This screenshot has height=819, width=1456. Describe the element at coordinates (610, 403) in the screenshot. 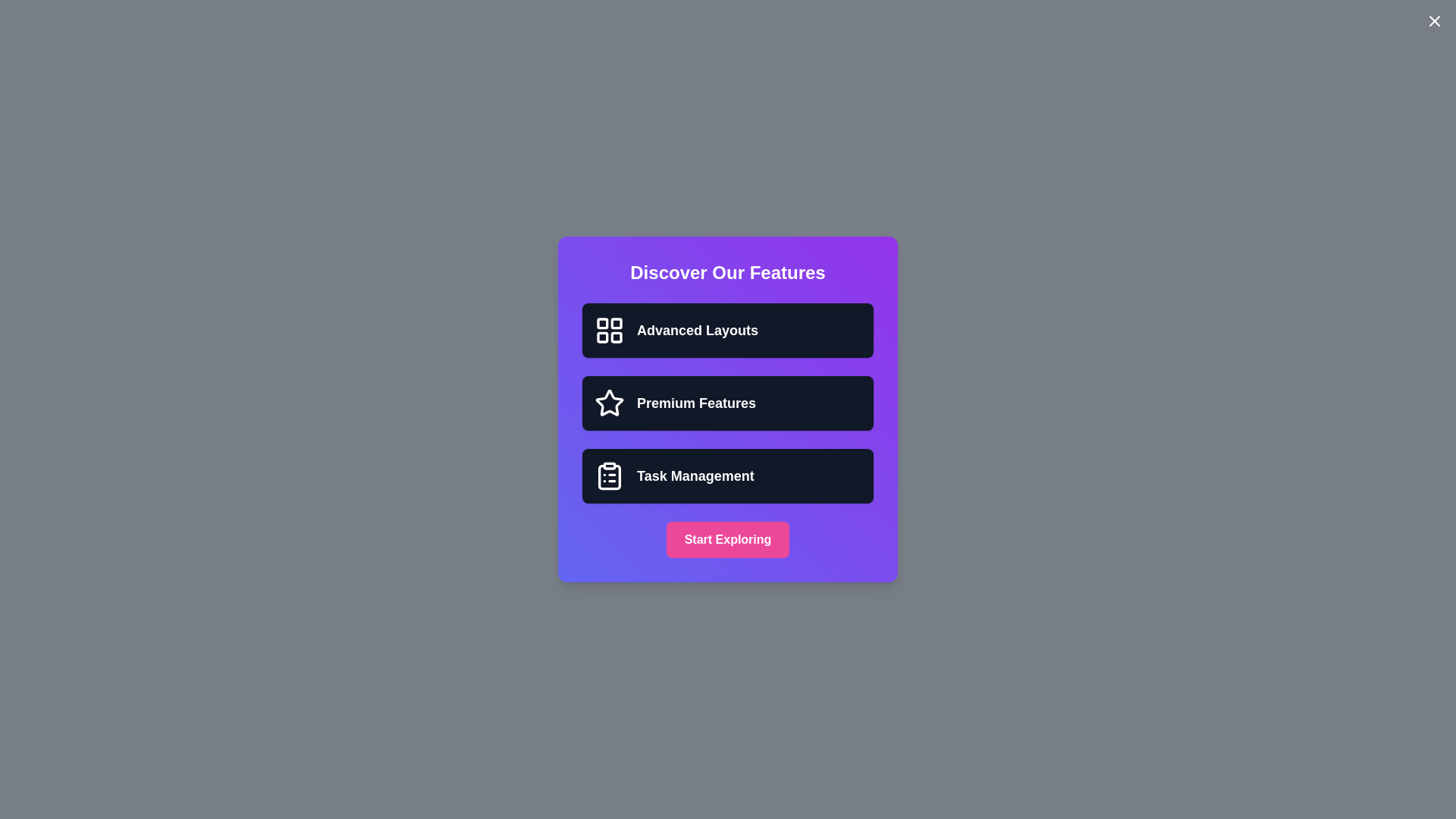

I see `the feature icon corresponding to Premium Features to provide visual feedback` at that location.